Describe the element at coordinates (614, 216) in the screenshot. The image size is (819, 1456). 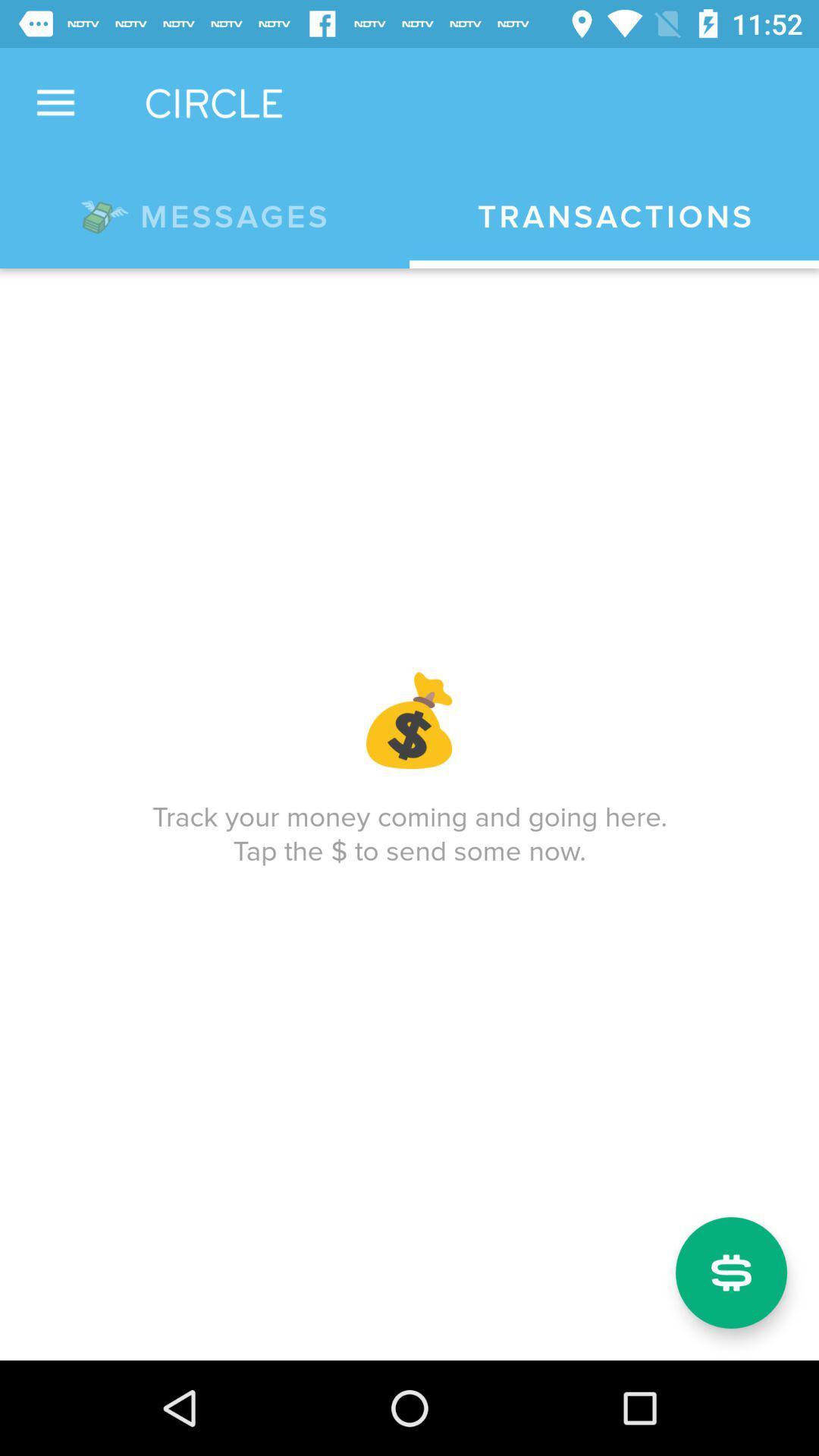
I see `the item to the right of *messages app` at that location.